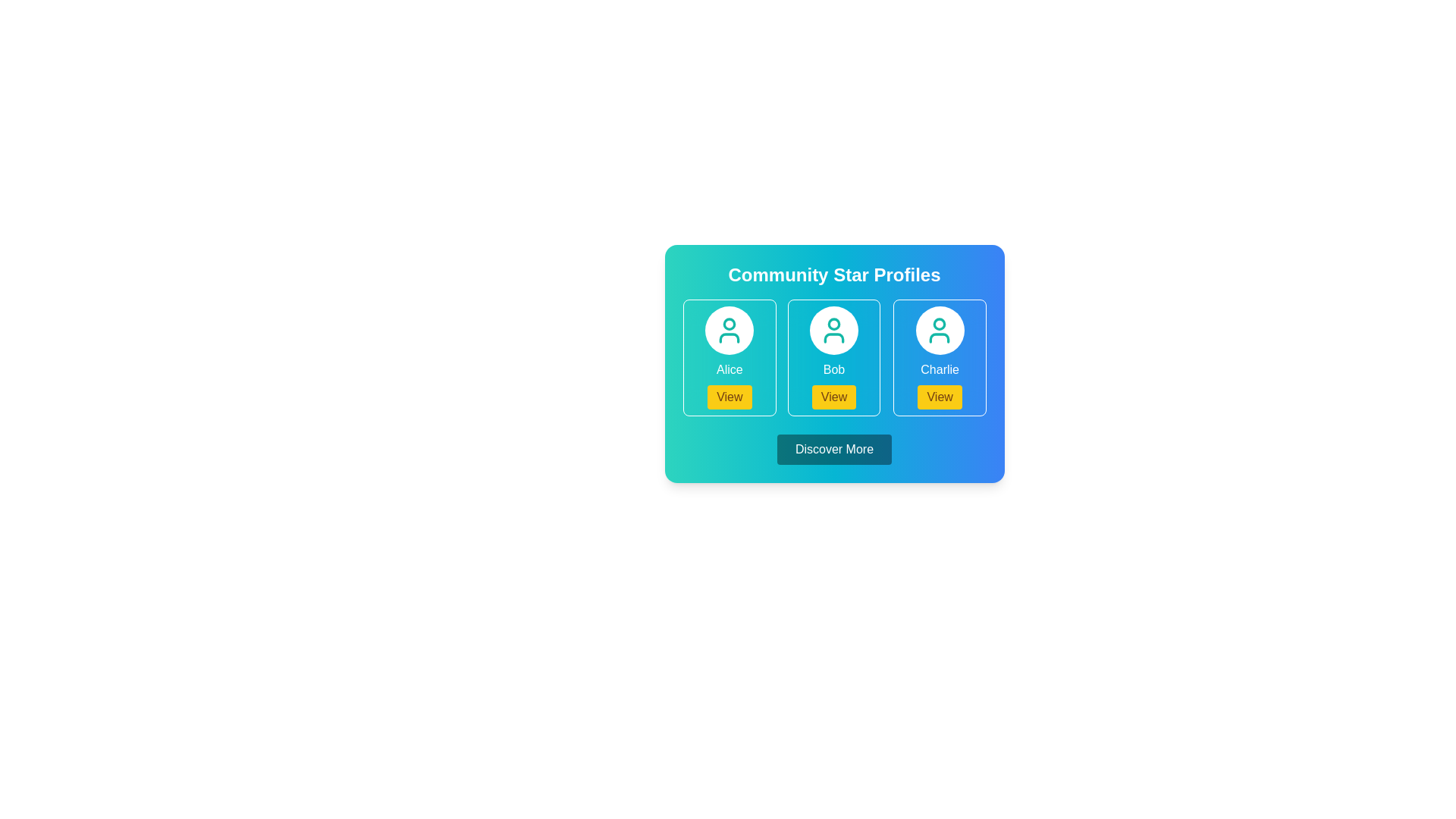  What do you see at coordinates (833, 329) in the screenshot?
I see `the user profile indicator icon for 'Bob', which is visually represented in a circular white background in the 'Community Star Profiles' section` at bounding box center [833, 329].